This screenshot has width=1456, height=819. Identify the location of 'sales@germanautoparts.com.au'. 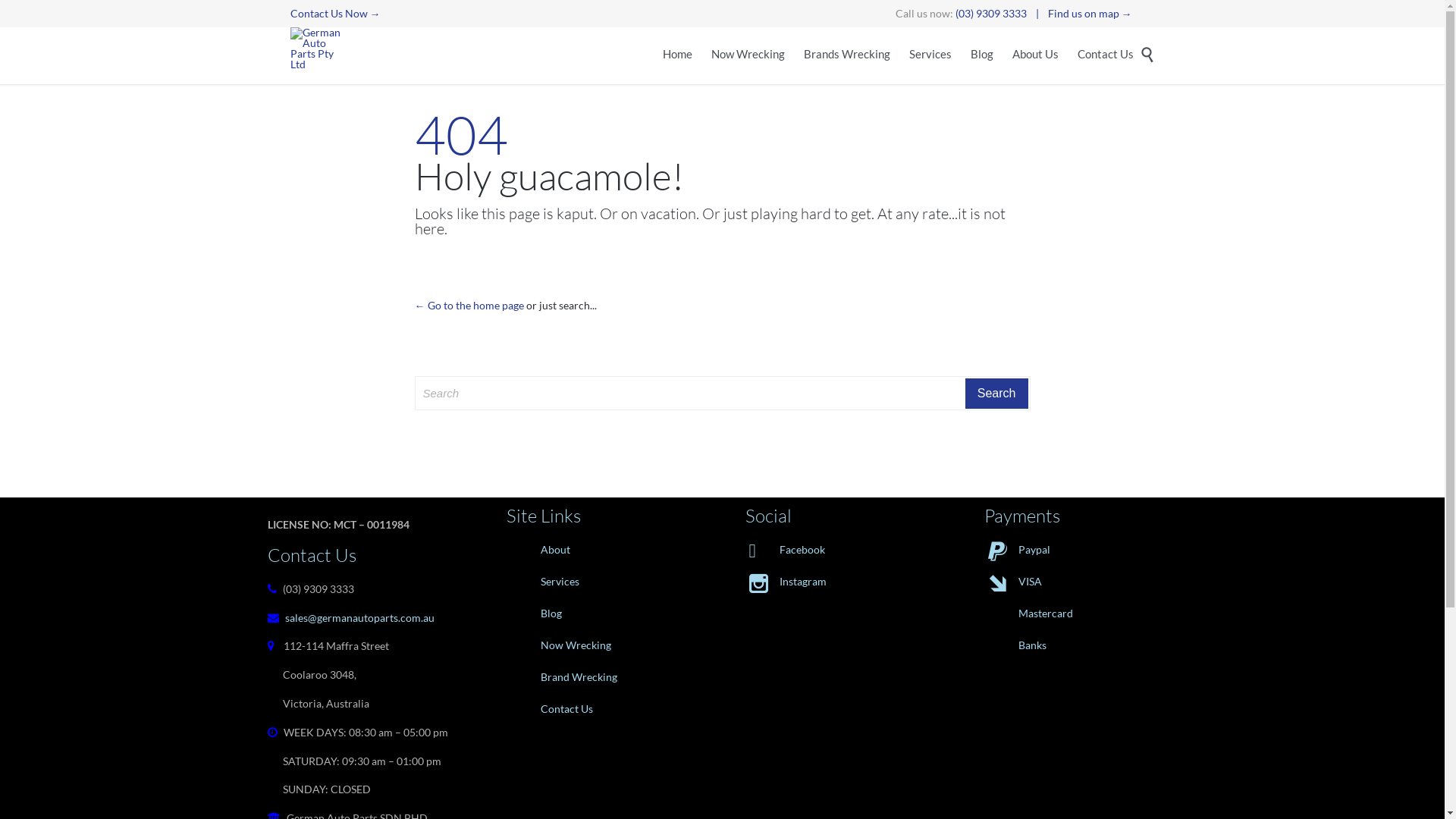
(359, 617).